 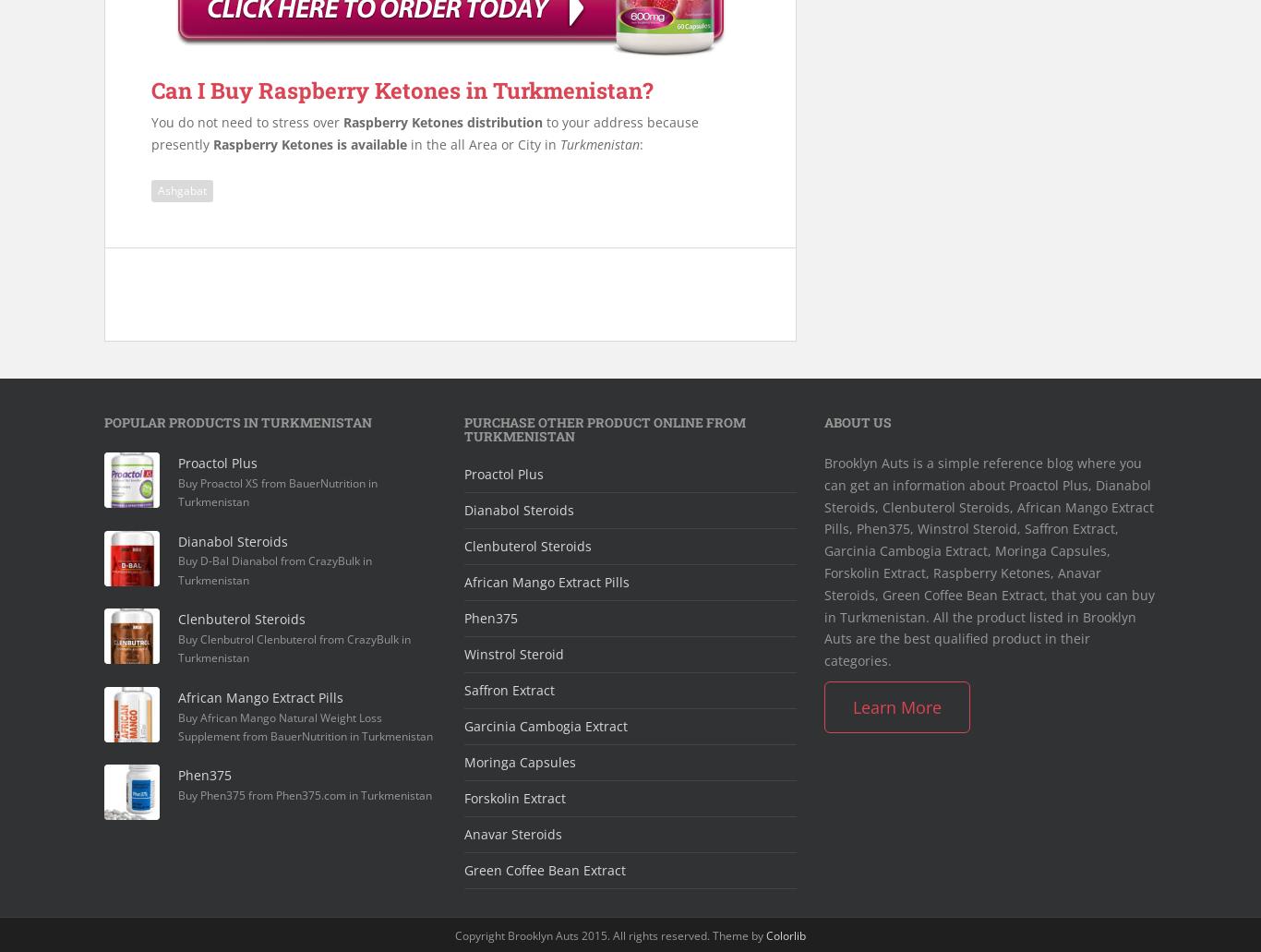 What do you see at coordinates (785, 934) in the screenshot?
I see `'Colorlib'` at bounding box center [785, 934].